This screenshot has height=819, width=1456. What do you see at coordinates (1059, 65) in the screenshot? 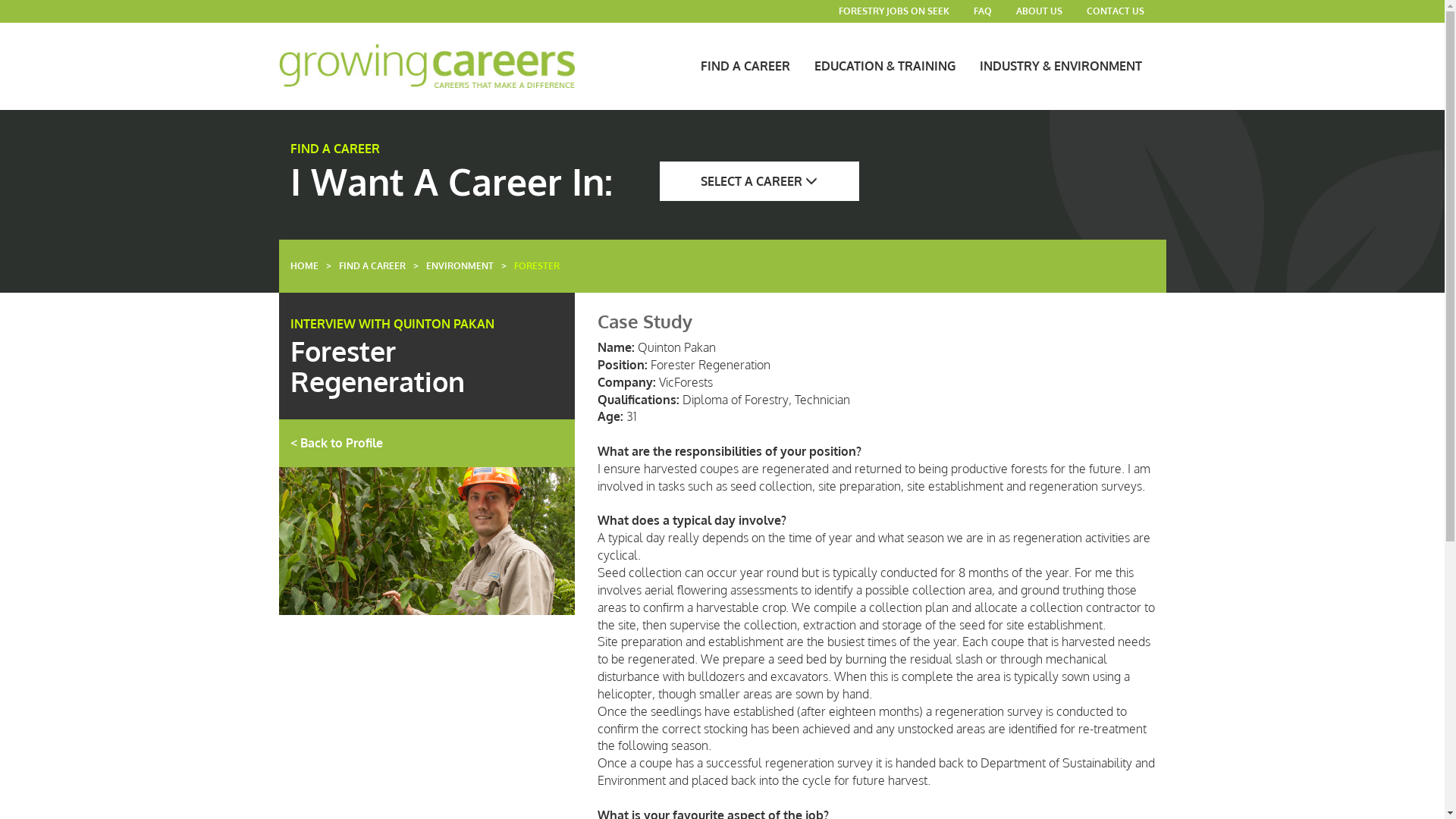
I see `'INDUSTRY & ENVIRONMENT'` at bounding box center [1059, 65].